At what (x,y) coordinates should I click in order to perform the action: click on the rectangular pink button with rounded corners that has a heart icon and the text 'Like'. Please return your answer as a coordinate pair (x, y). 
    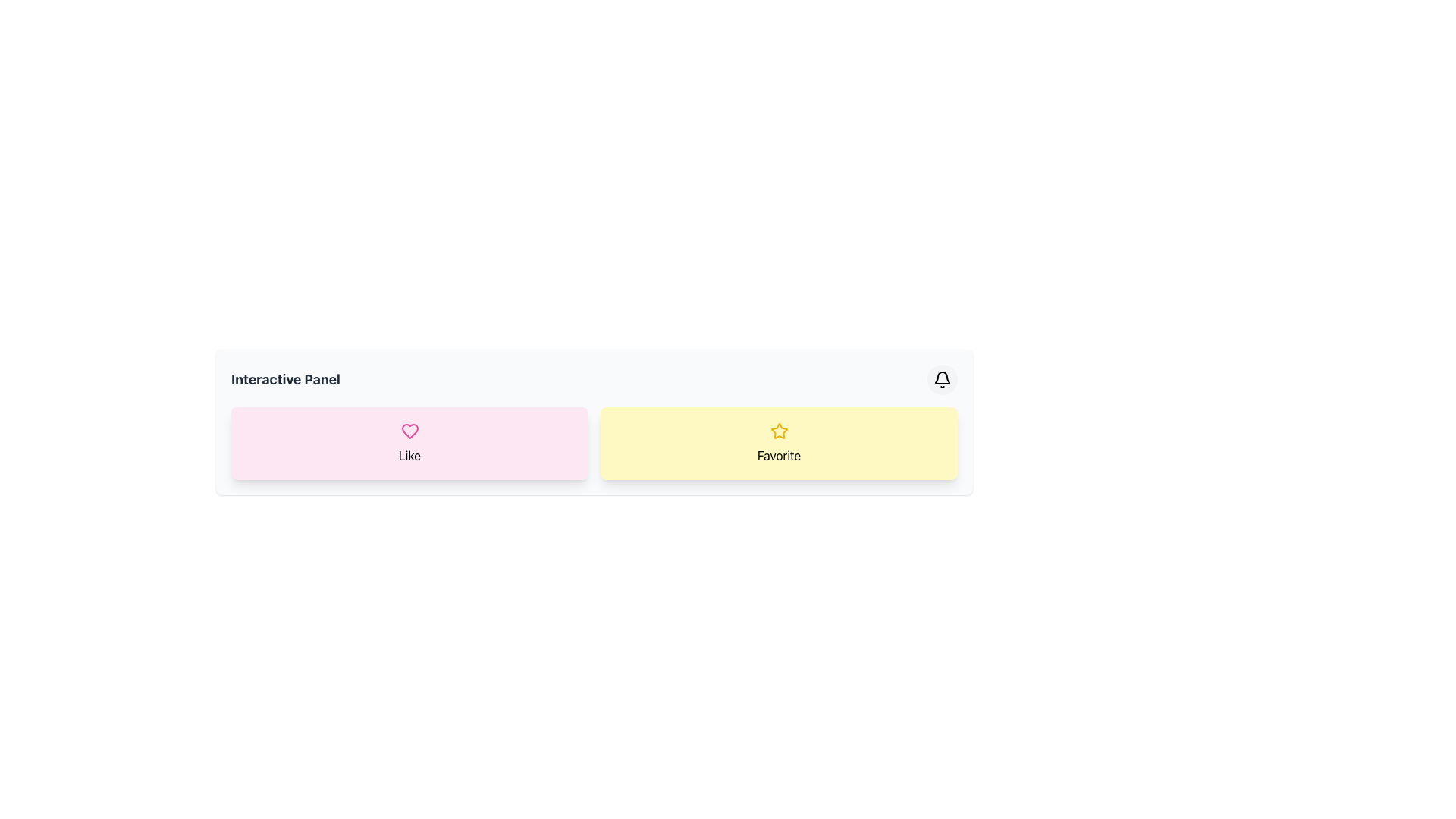
    Looking at the image, I should click on (409, 444).